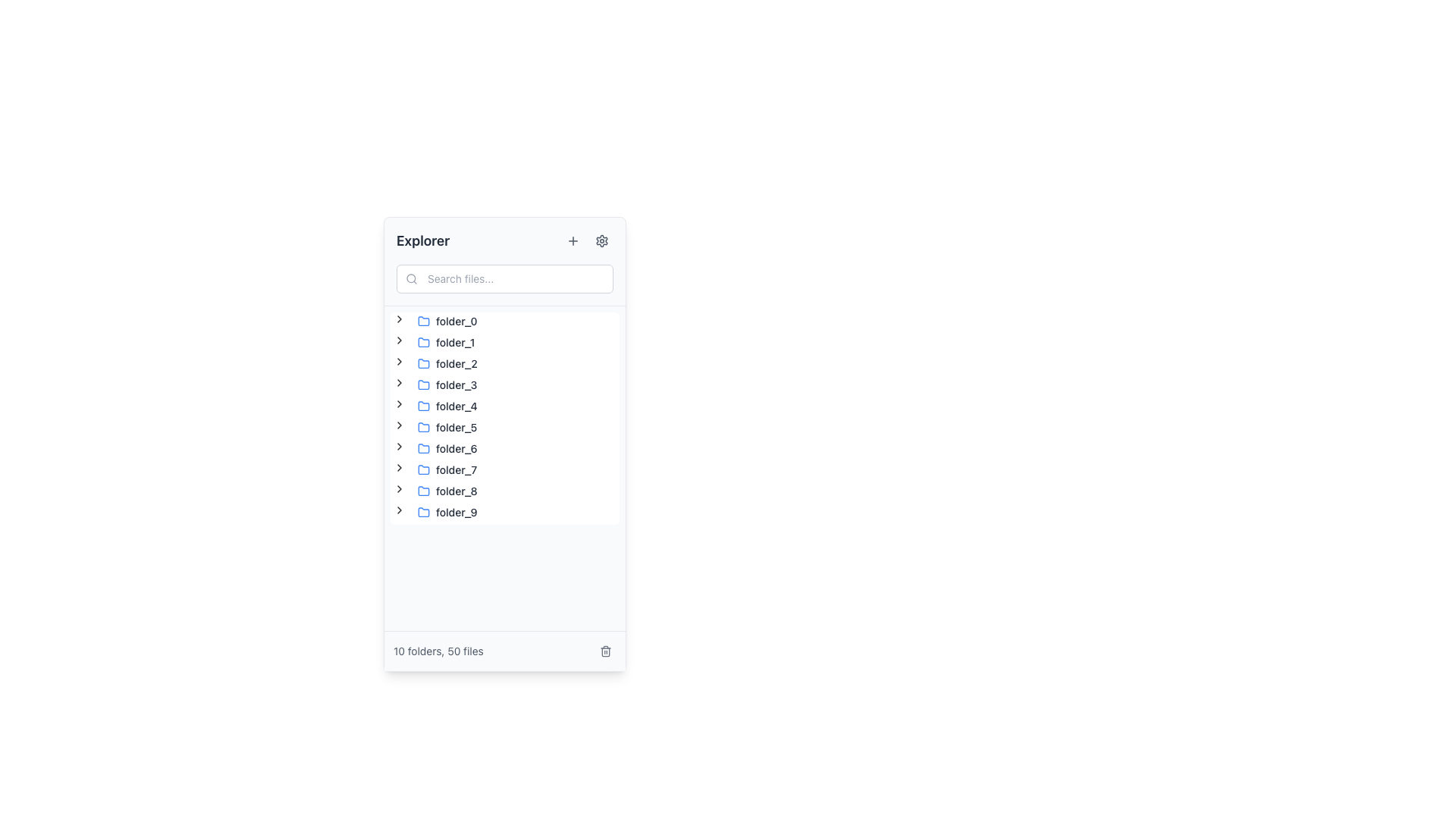  What do you see at coordinates (400, 362) in the screenshot?
I see `the small right-pointing chevron icon button located to the left of the text label 'folder_2'` at bounding box center [400, 362].